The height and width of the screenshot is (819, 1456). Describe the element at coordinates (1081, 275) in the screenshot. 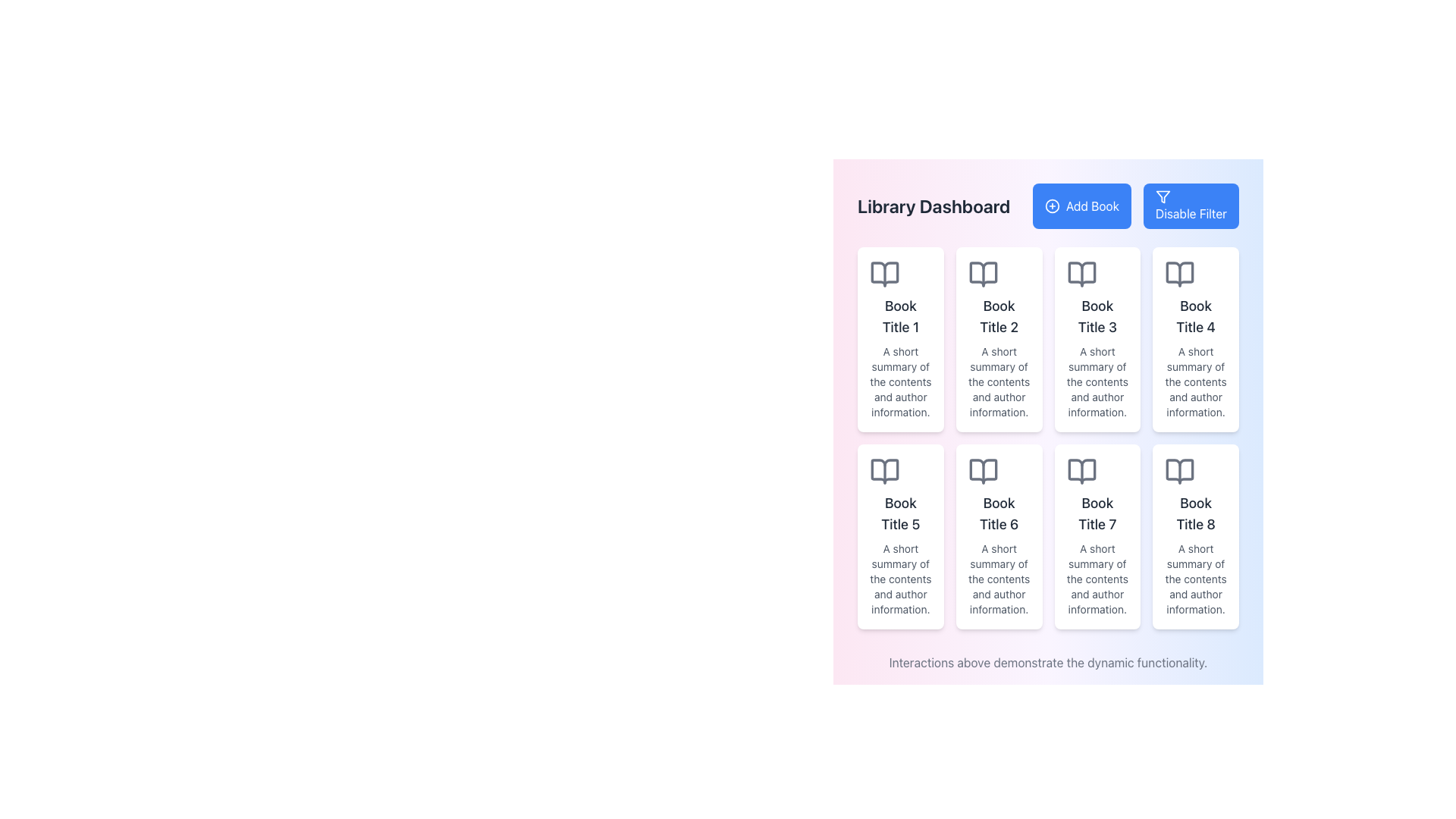

I see `the small, open-book icon with rounded, gray lines located at the top of the card representing 'Book Title 3'` at that location.